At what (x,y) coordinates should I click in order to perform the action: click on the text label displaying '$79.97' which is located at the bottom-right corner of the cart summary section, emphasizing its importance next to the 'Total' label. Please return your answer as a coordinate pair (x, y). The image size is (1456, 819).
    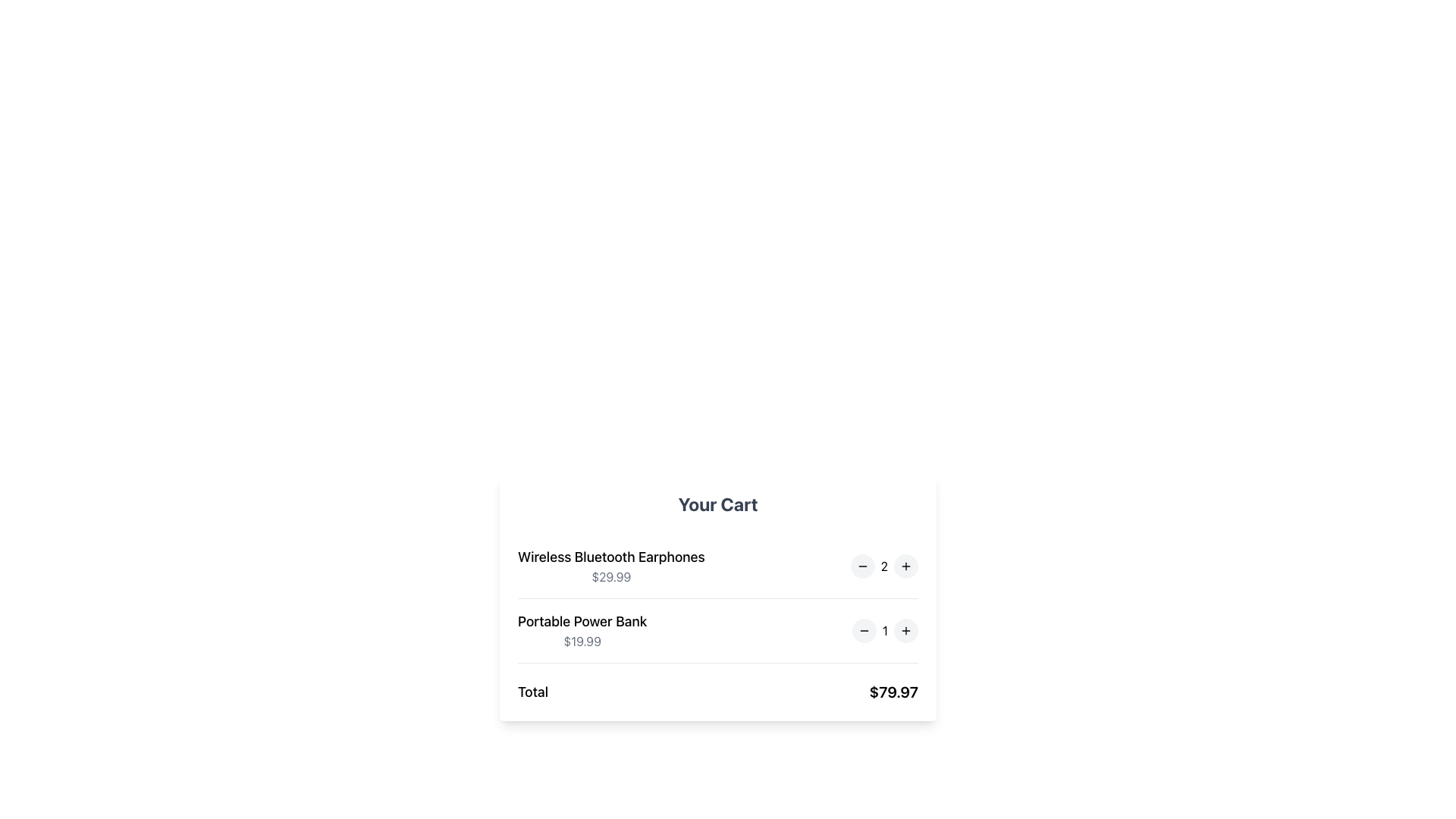
    Looking at the image, I should click on (893, 692).